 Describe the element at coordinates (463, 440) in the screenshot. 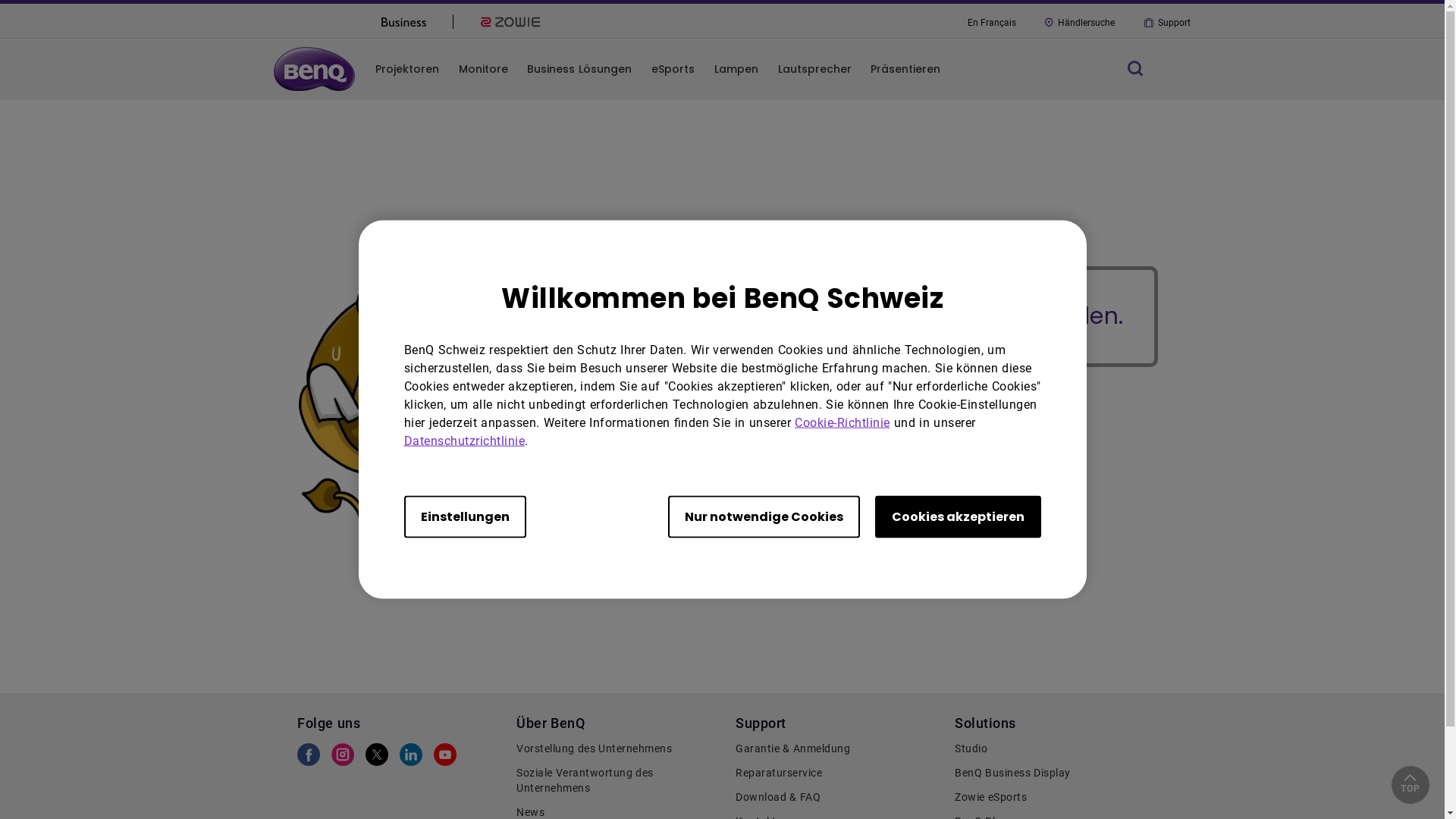

I see `'Datenschutzrichtlinie'` at that location.